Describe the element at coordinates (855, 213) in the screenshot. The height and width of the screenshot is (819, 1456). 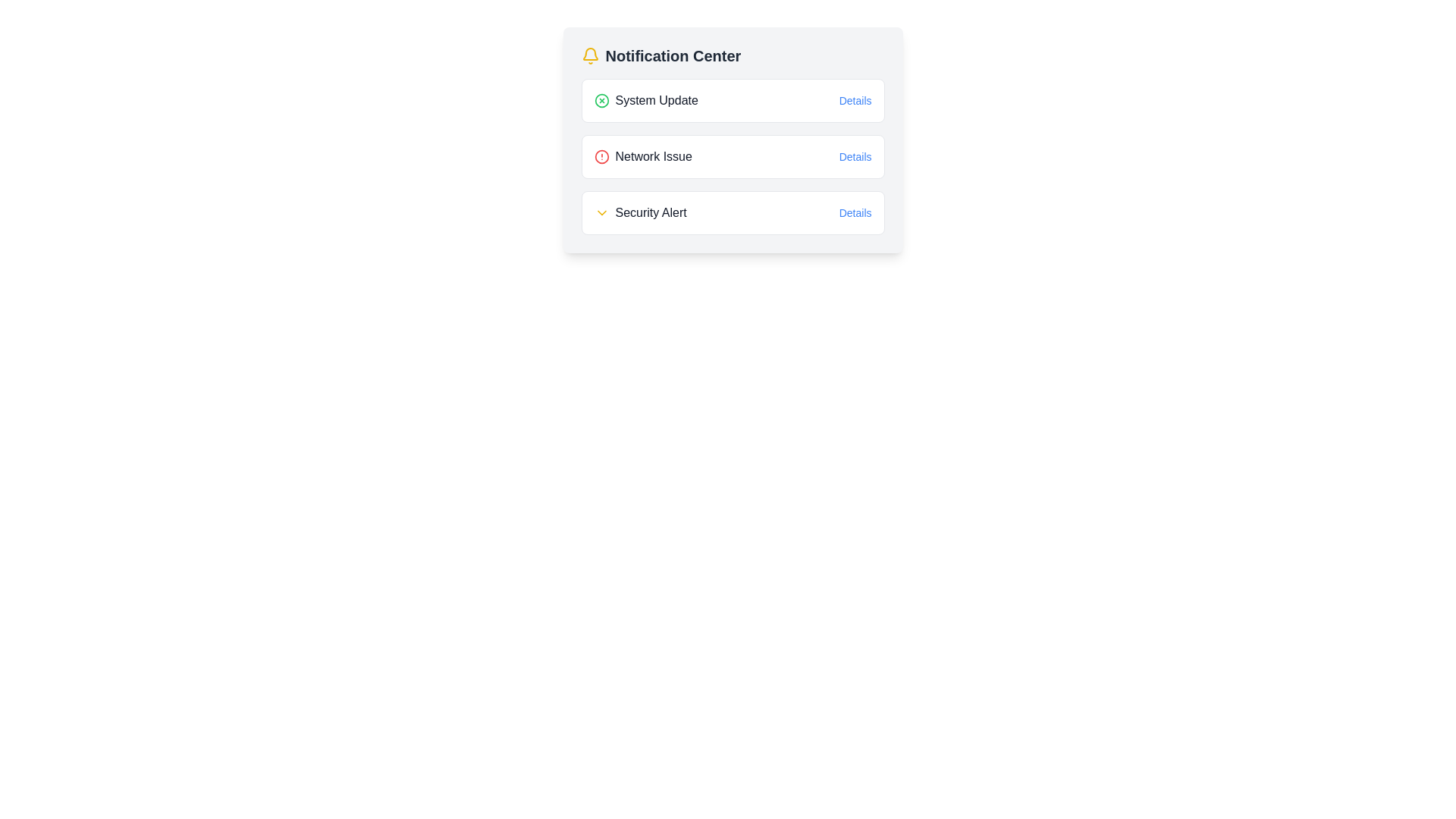
I see `the blue 'Details' hyperlink/button located on the right side of the 'Security Alert' notification entry` at that location.